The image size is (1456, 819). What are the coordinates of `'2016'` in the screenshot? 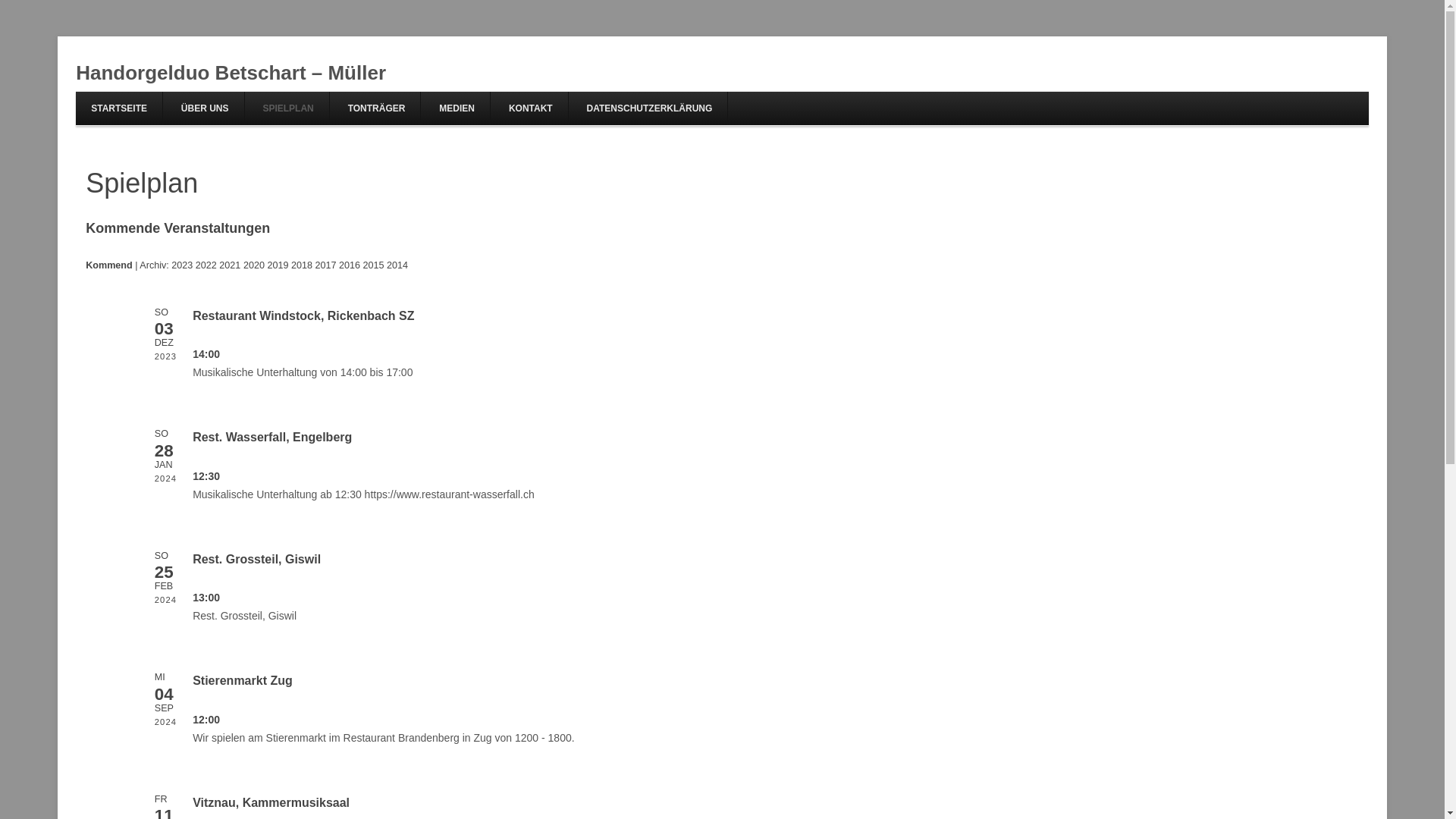 It's located at (348, 265).